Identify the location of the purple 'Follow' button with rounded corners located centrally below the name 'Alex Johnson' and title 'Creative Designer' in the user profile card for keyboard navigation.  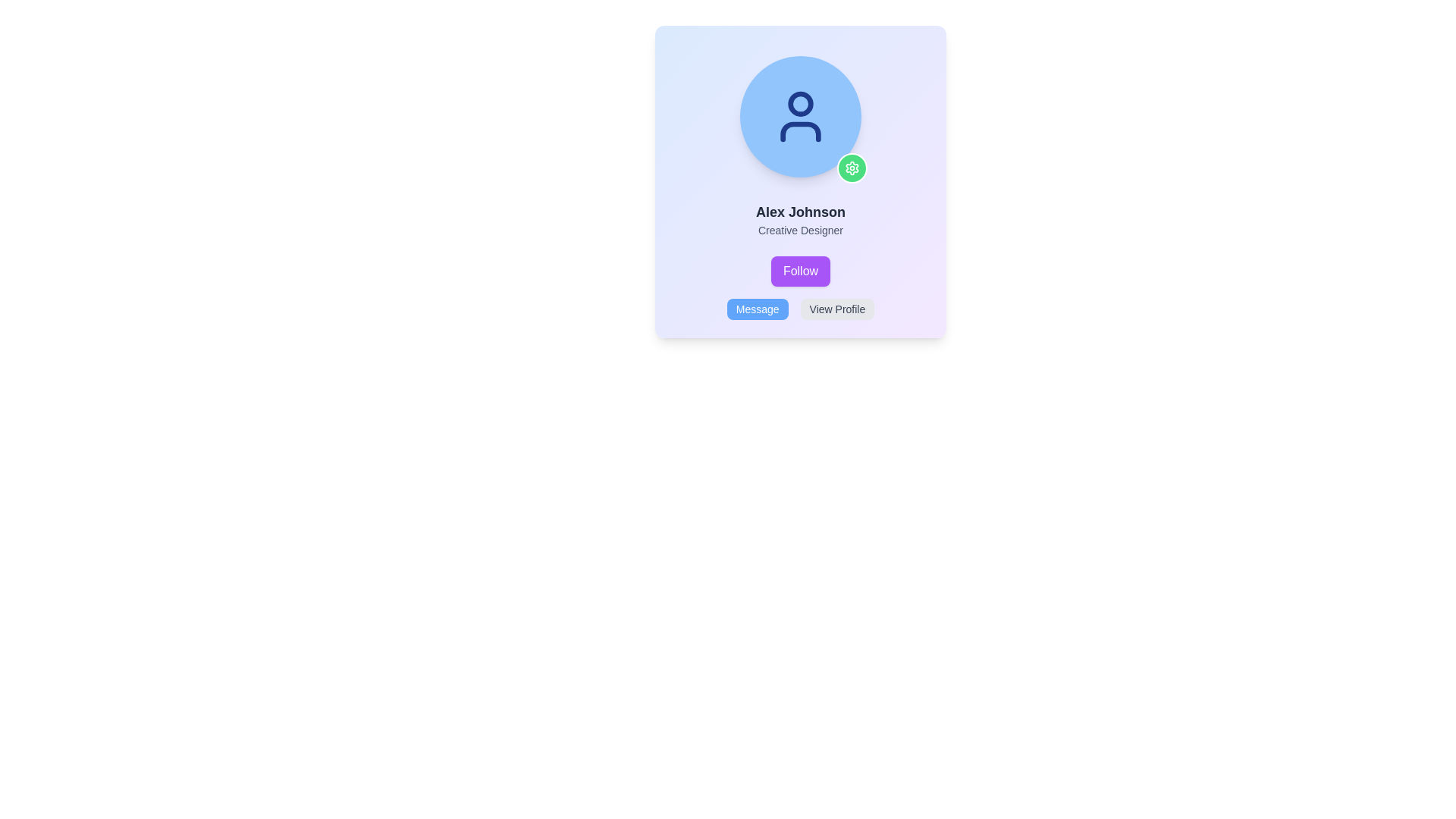
(800, 271).